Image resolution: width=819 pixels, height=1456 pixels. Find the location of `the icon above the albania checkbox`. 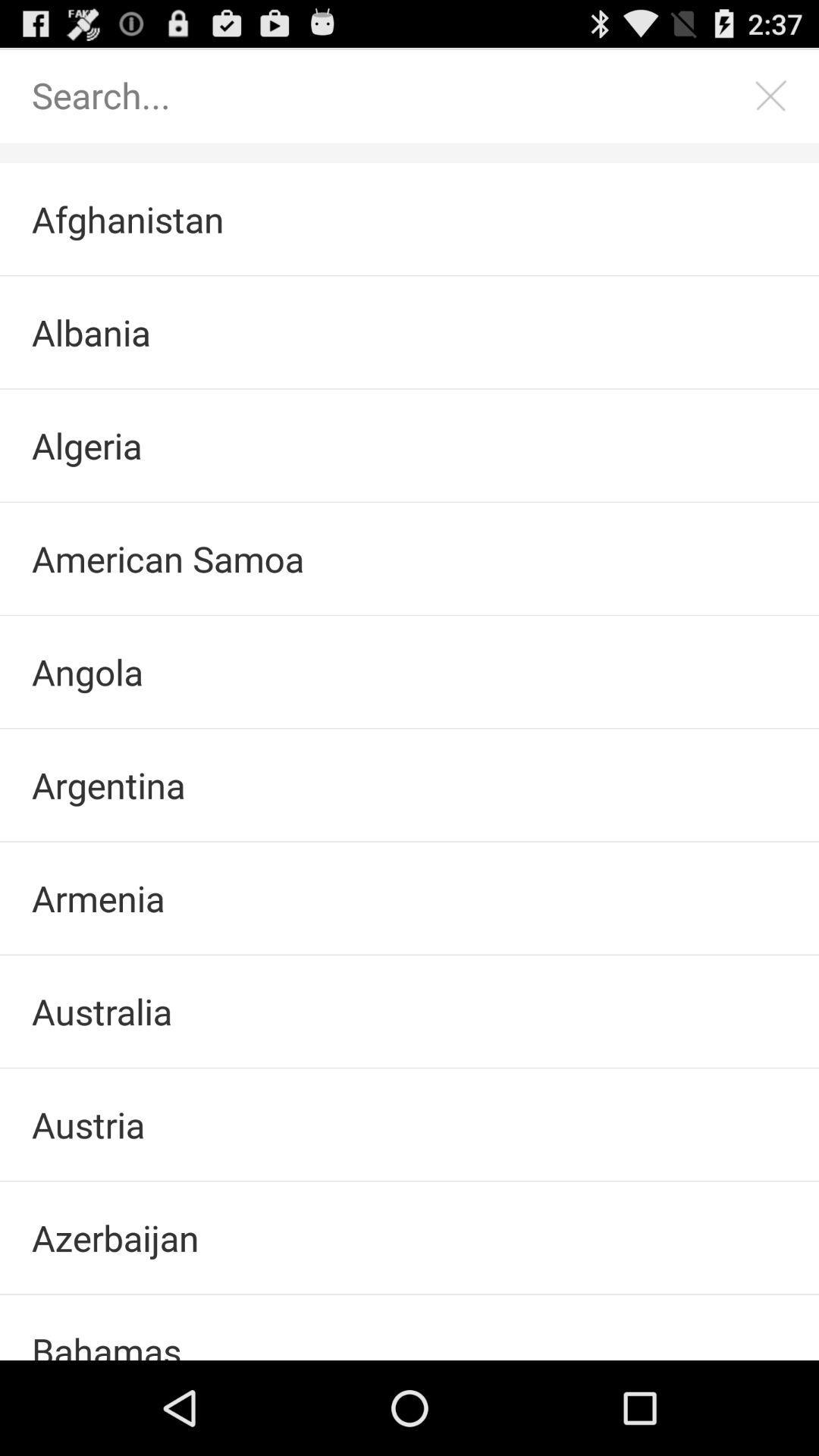

the icon above the albania checkbox is located at coordinates (409, 218).